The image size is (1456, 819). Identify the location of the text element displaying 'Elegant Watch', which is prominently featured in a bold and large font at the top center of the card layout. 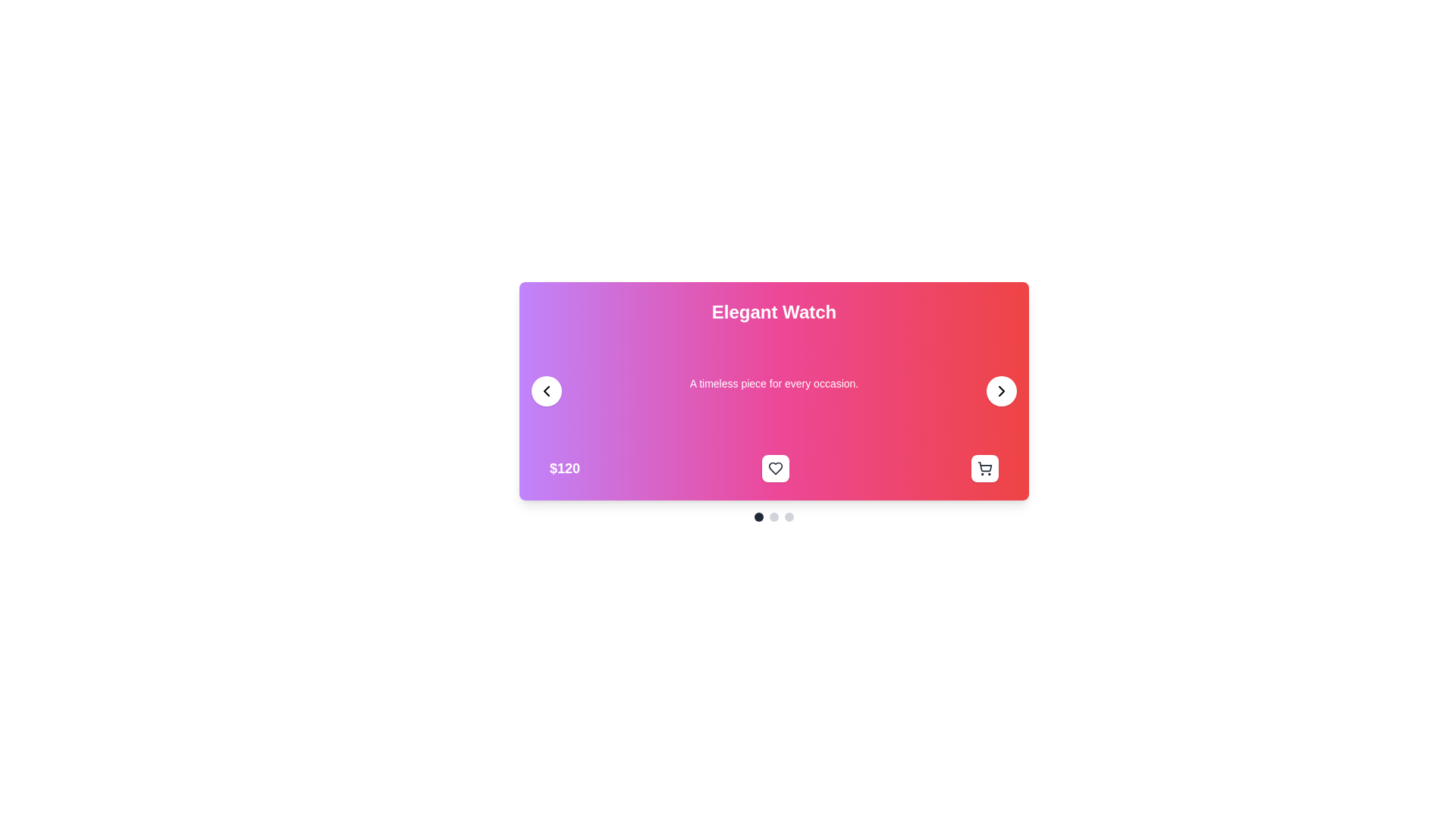
(774, 312).